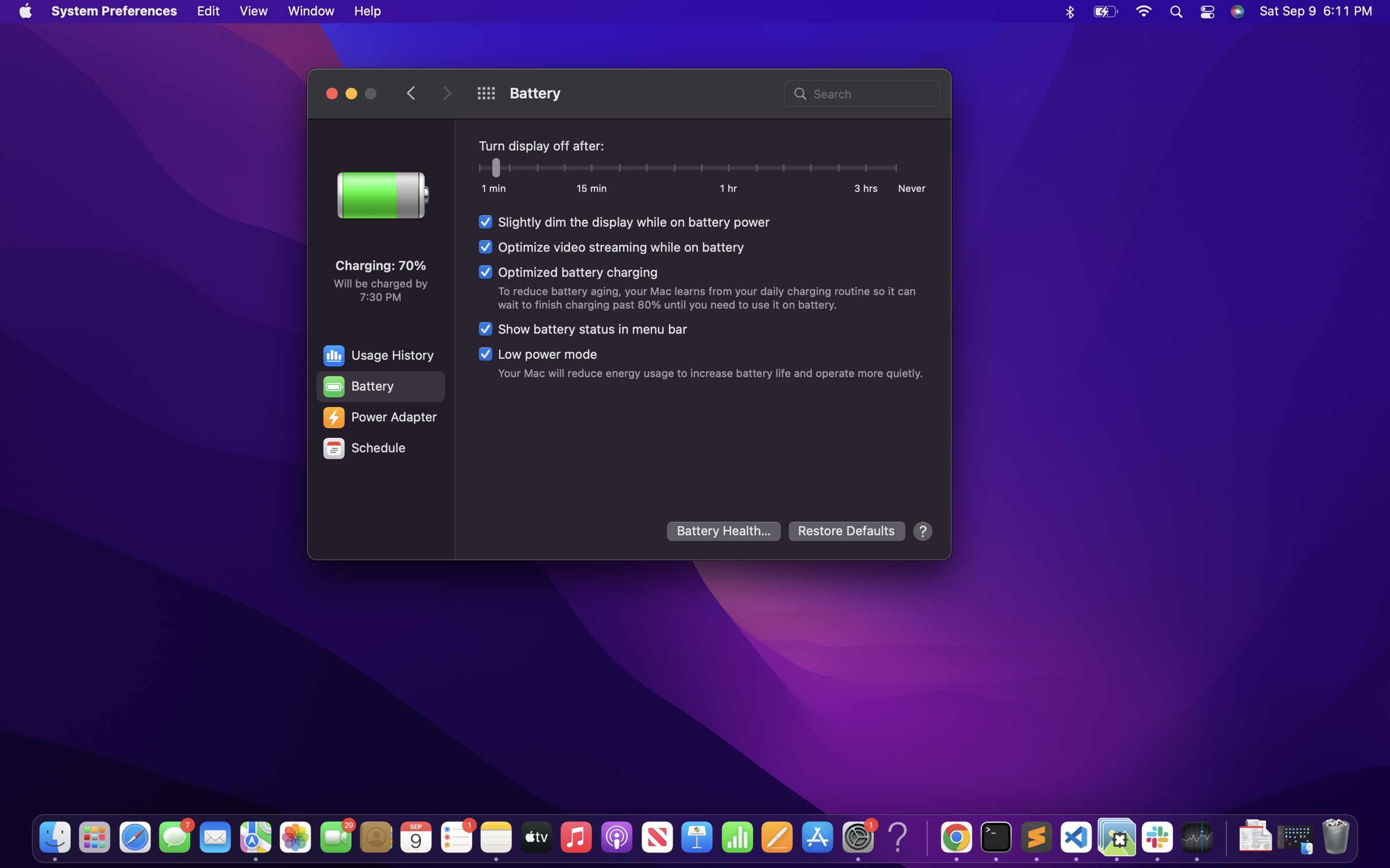 The image size is (1390, 868). Describe the element at coordinates (729, 169) in the screenshot. I see `to maintain the screen display indefinitely after 60 minutes` at that location.